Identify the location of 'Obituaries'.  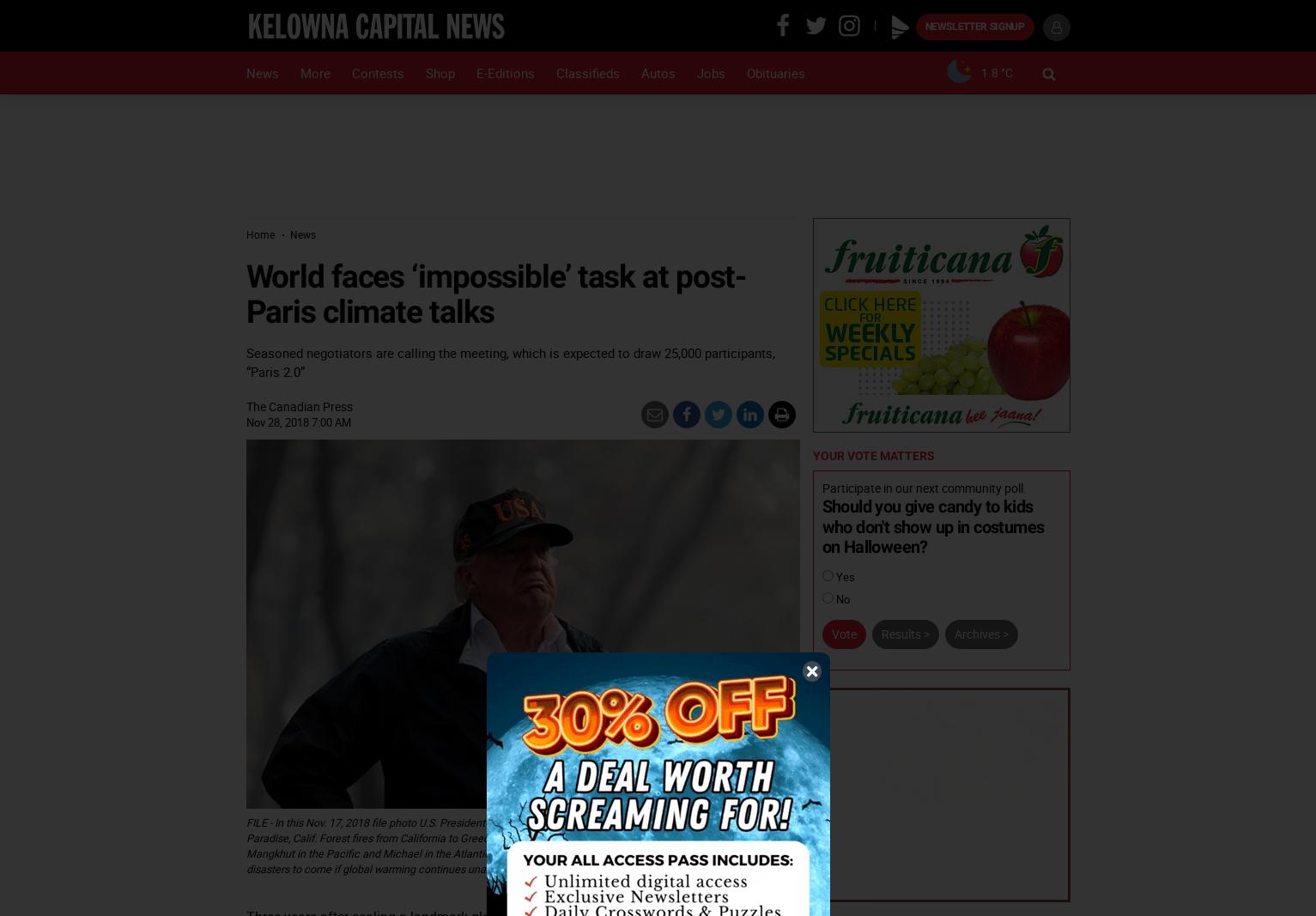
(774, 72).